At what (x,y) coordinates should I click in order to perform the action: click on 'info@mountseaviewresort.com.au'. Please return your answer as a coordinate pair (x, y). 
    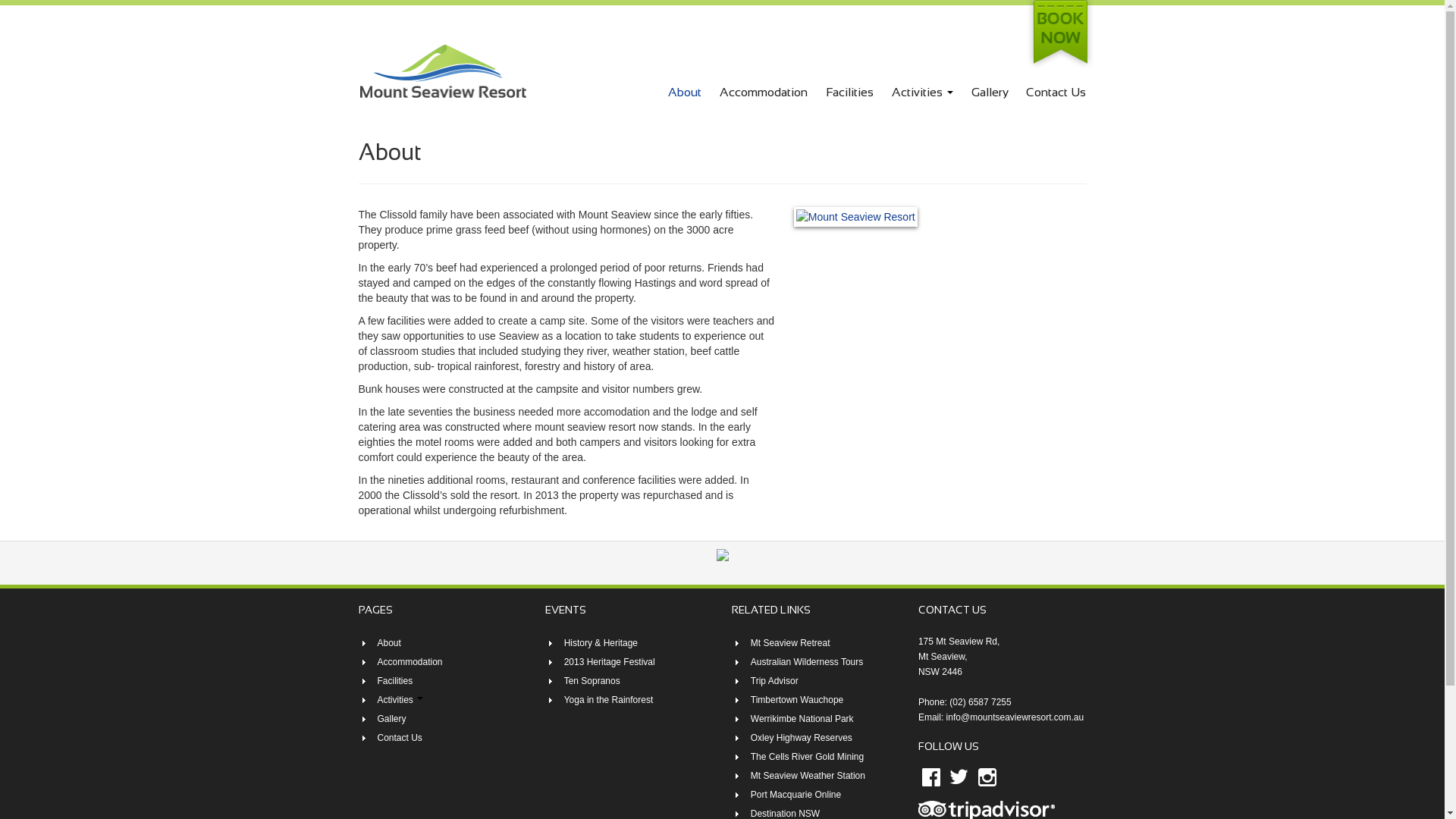
    Looking at the image, I should click on (1015, 717).